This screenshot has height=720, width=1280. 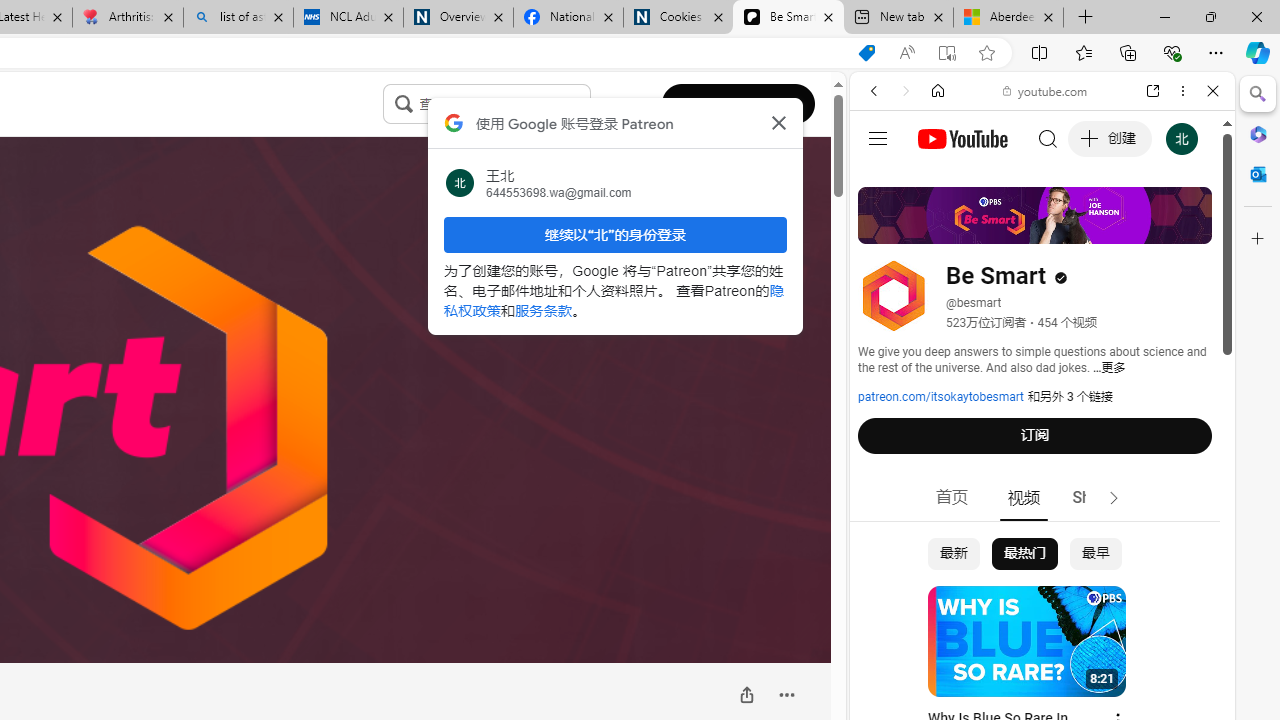 What do you see at coordinates (1045, 91) in the screenshot?
I see `'youtube.com'` at bounding box center [1045, 91].